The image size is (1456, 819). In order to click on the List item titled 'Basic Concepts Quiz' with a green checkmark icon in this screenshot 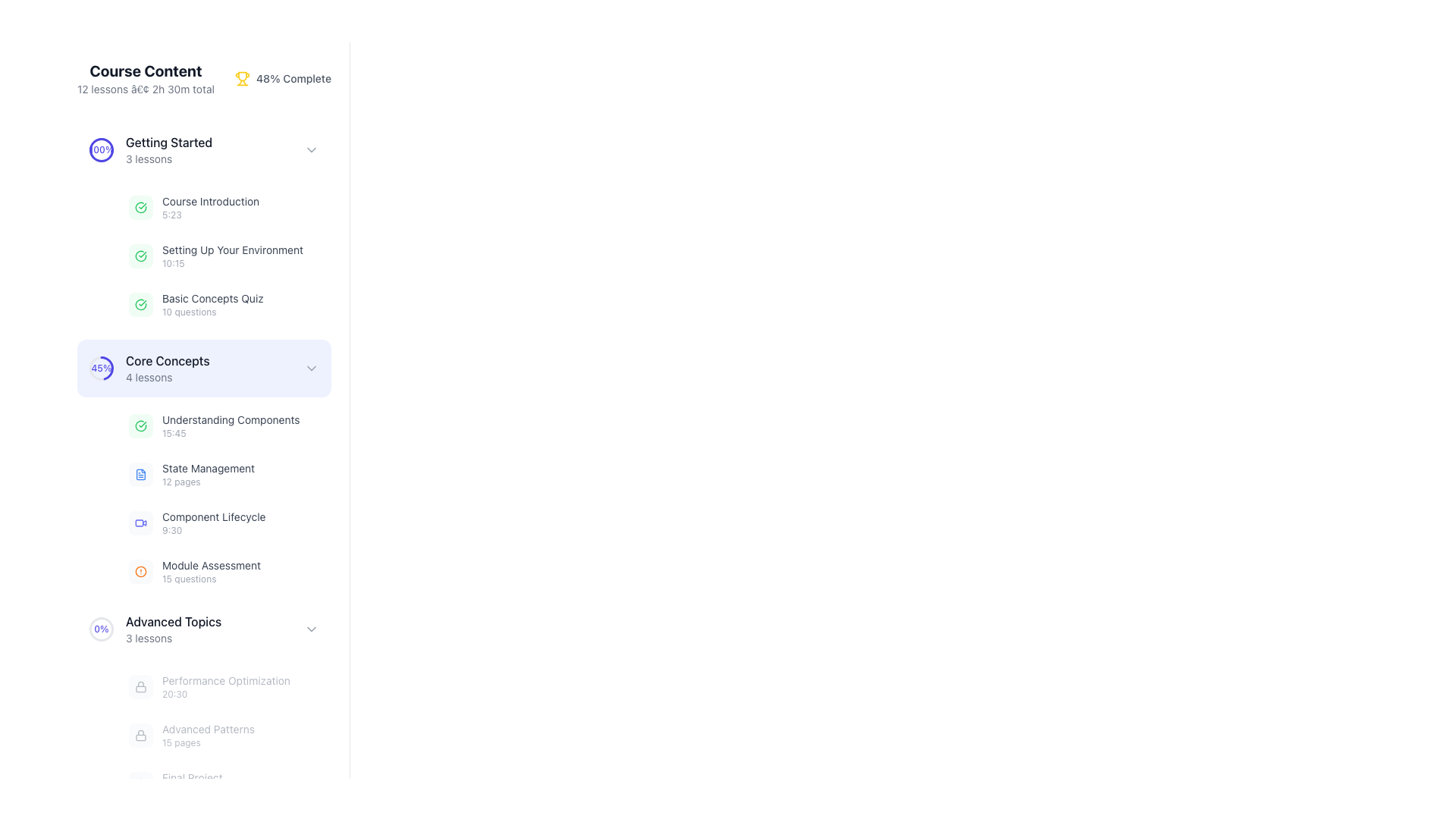, I will do `click(195, 304)`.